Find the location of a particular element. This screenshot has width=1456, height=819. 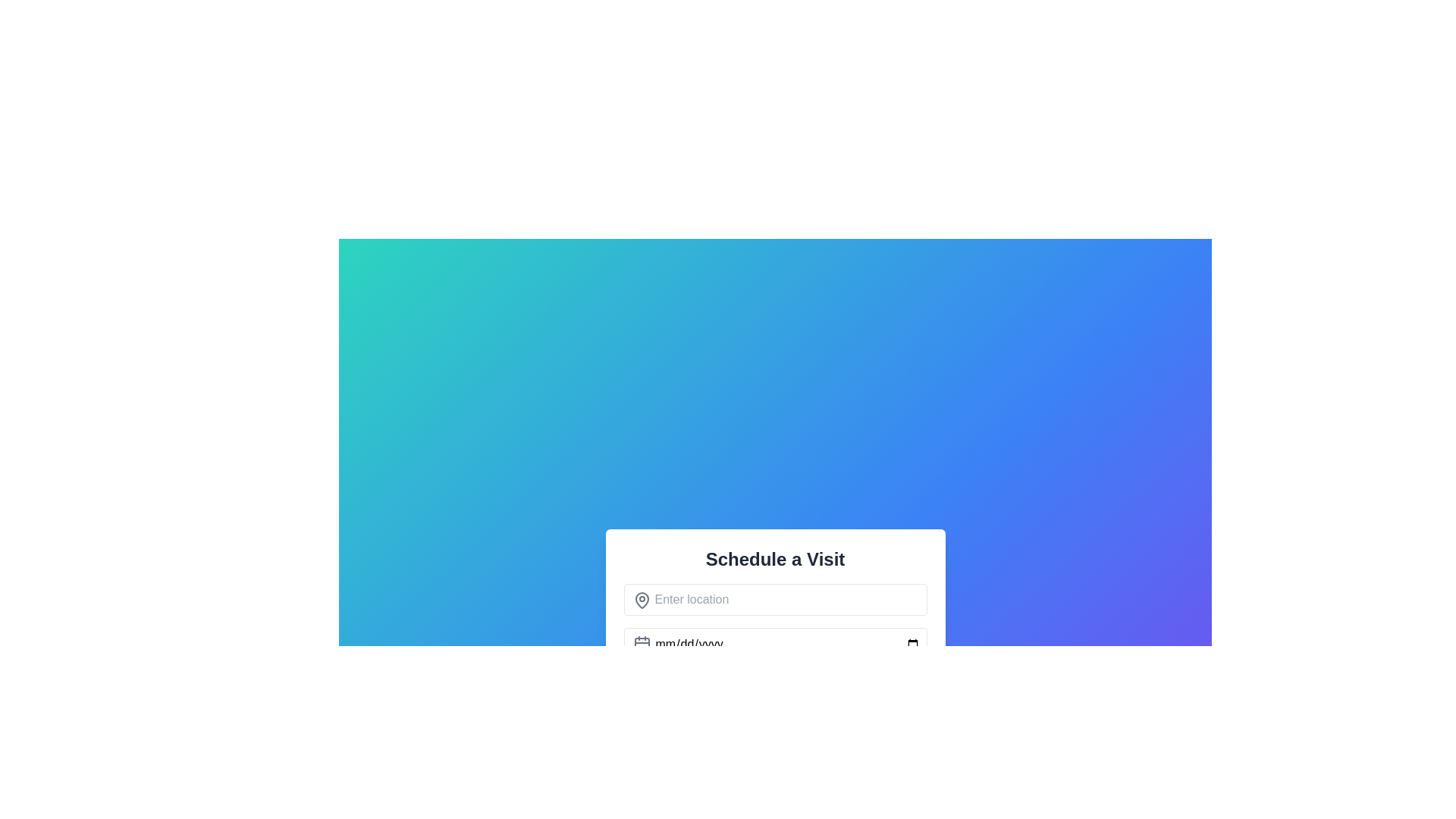

the rectangular shape with rounded corners that is part of the calendar icon located to the left of the 'mm/dd/yyyy' input field in the 'Schedule a Visit' section is located at coordinates (642, 645).